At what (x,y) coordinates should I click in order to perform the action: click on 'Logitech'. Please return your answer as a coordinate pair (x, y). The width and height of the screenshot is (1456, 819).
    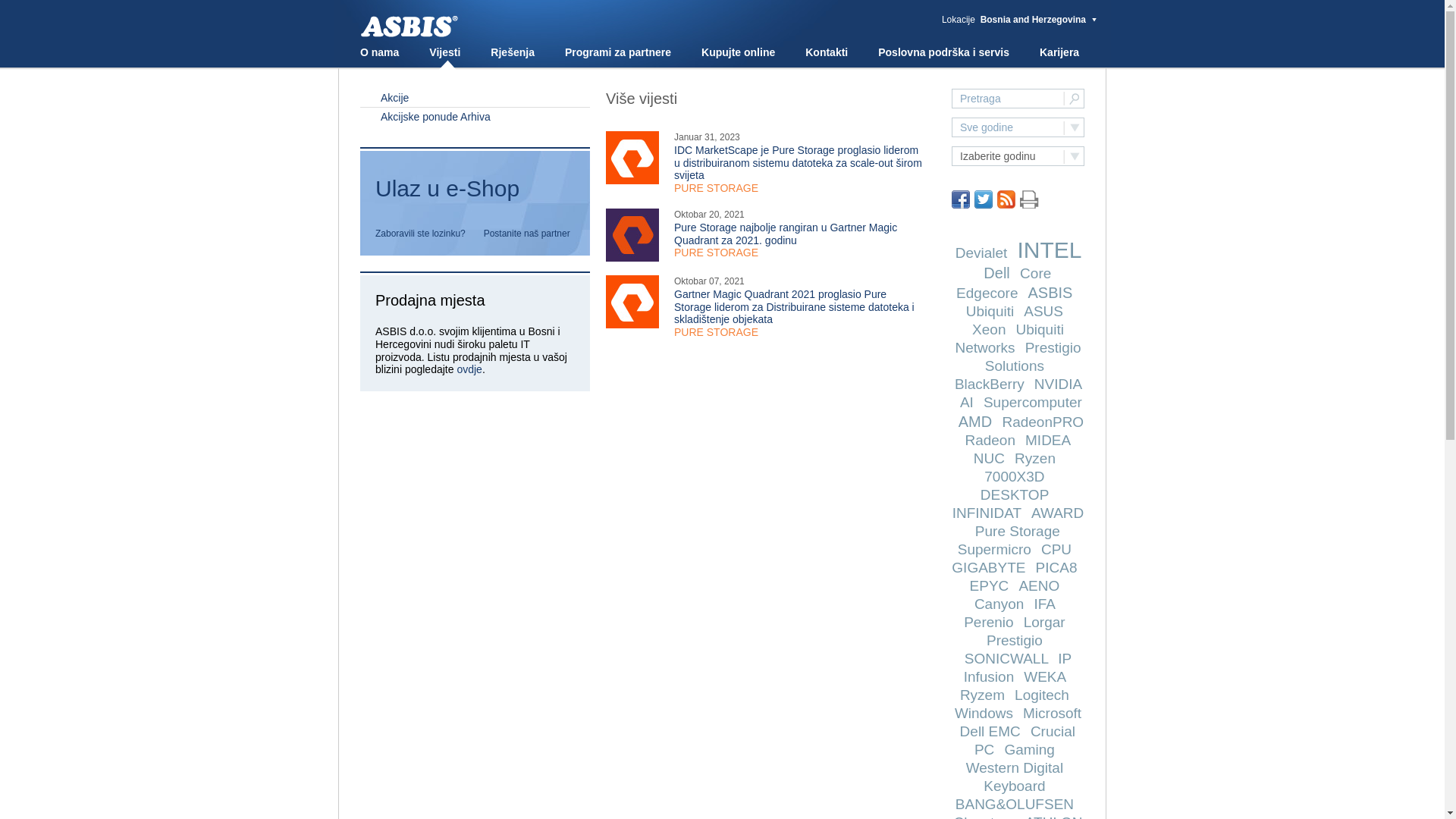
    Looking at the image, I should click on (1040, 695).